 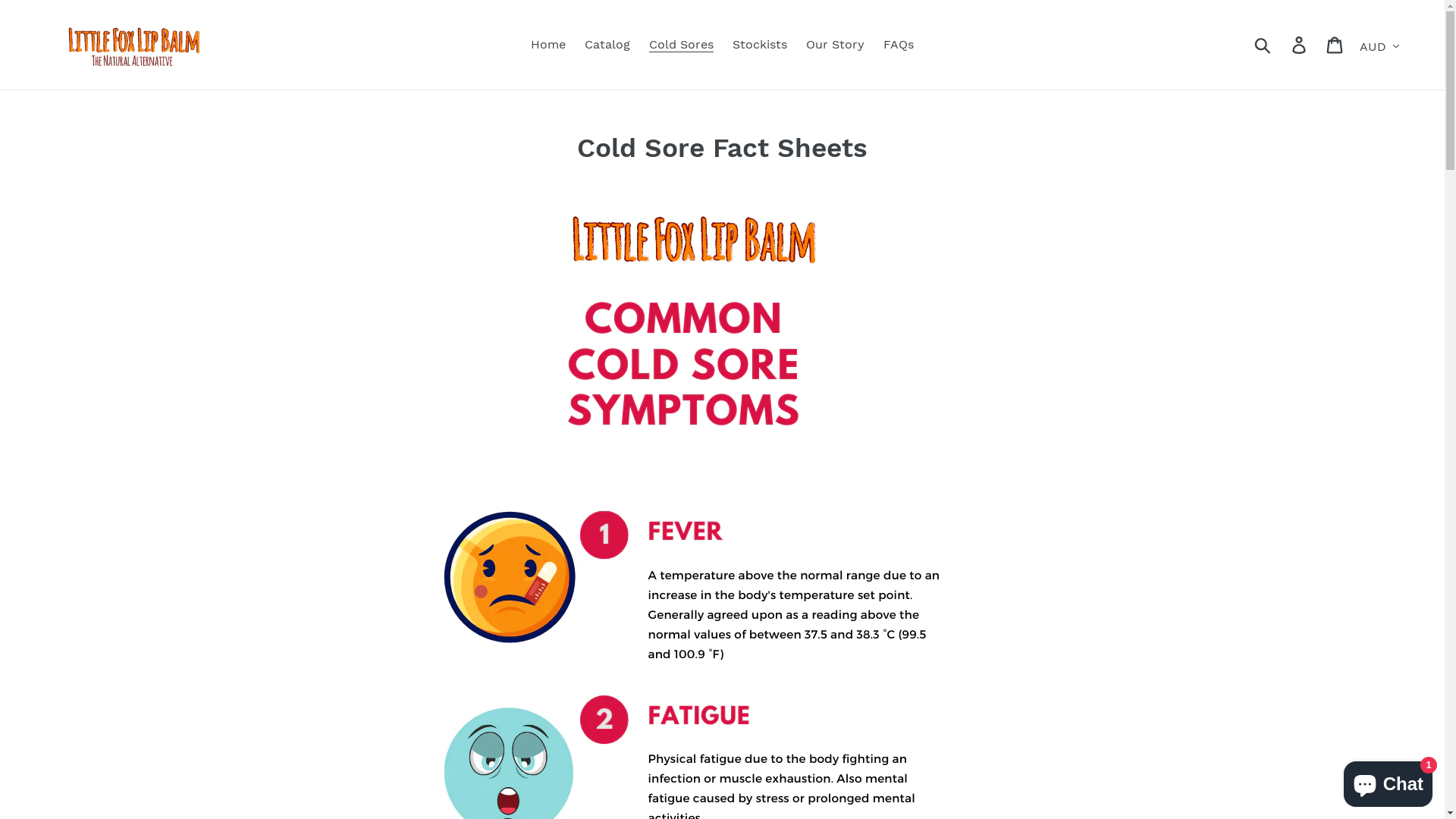 I want to click on 'FAQs', so click(x=876, y=43).